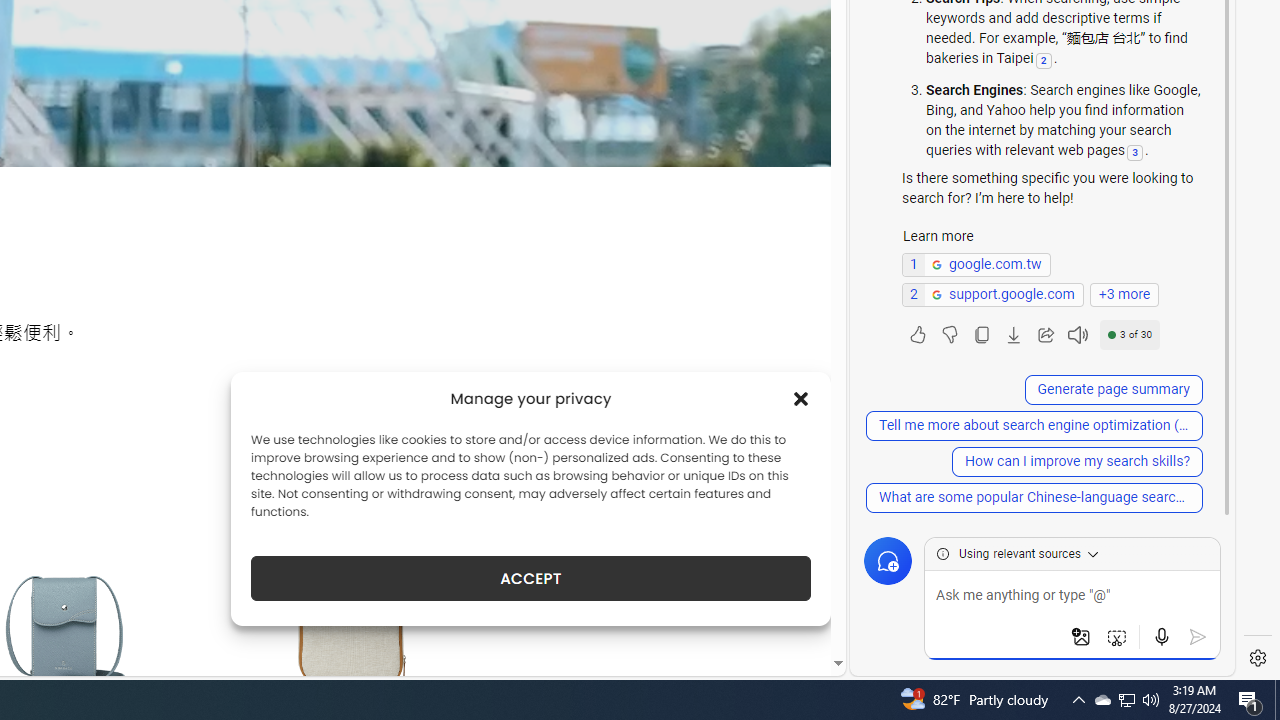 This screenshot has height=720, width=1280. Describe the element at coordinates (531, 578) in the screenshot. I see `'ACCEPT'` at that location.